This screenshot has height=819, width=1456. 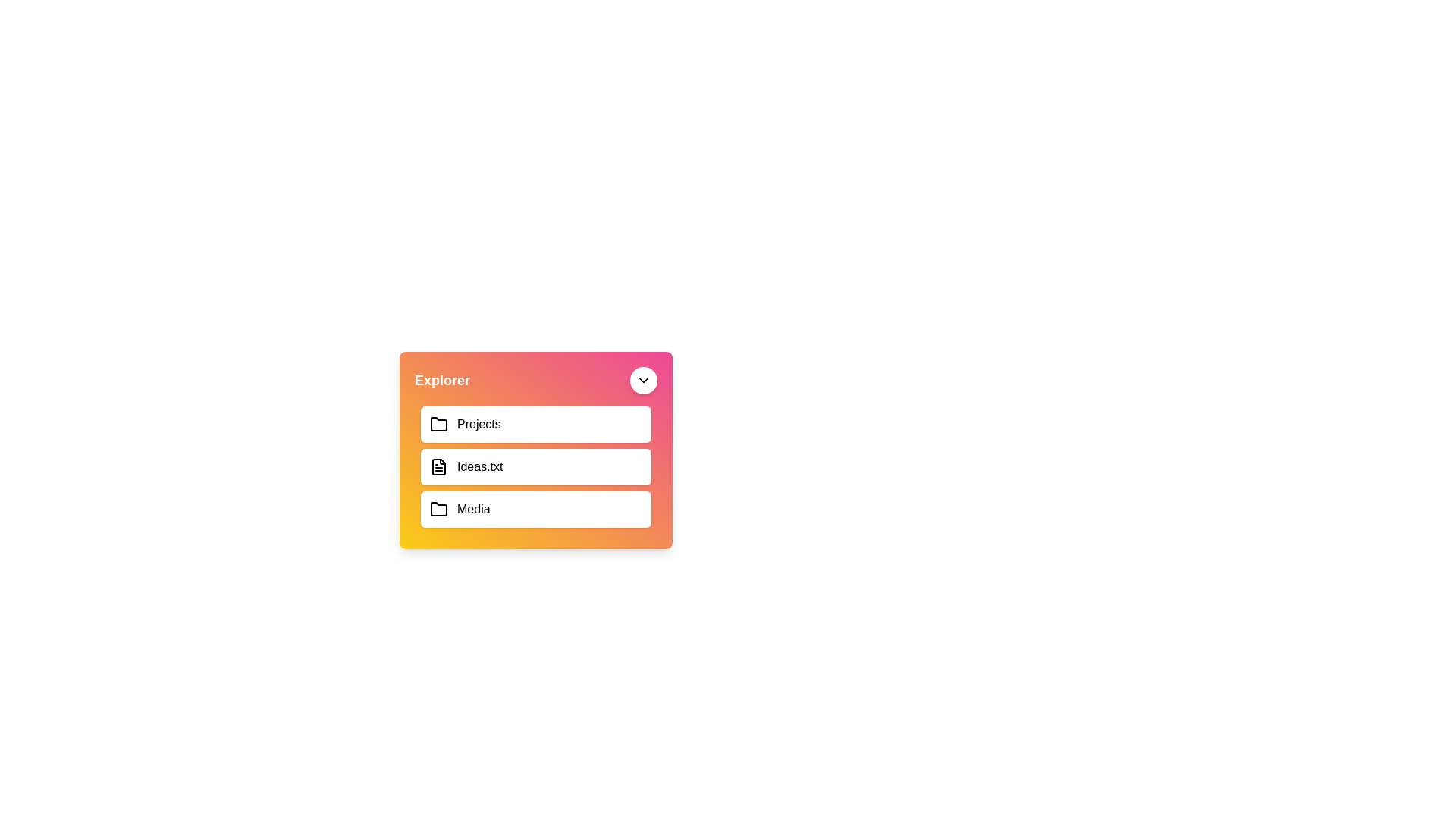 I want to click on the toggle button to expand or collapse the Explorer menu, so click(x=644, y=379).